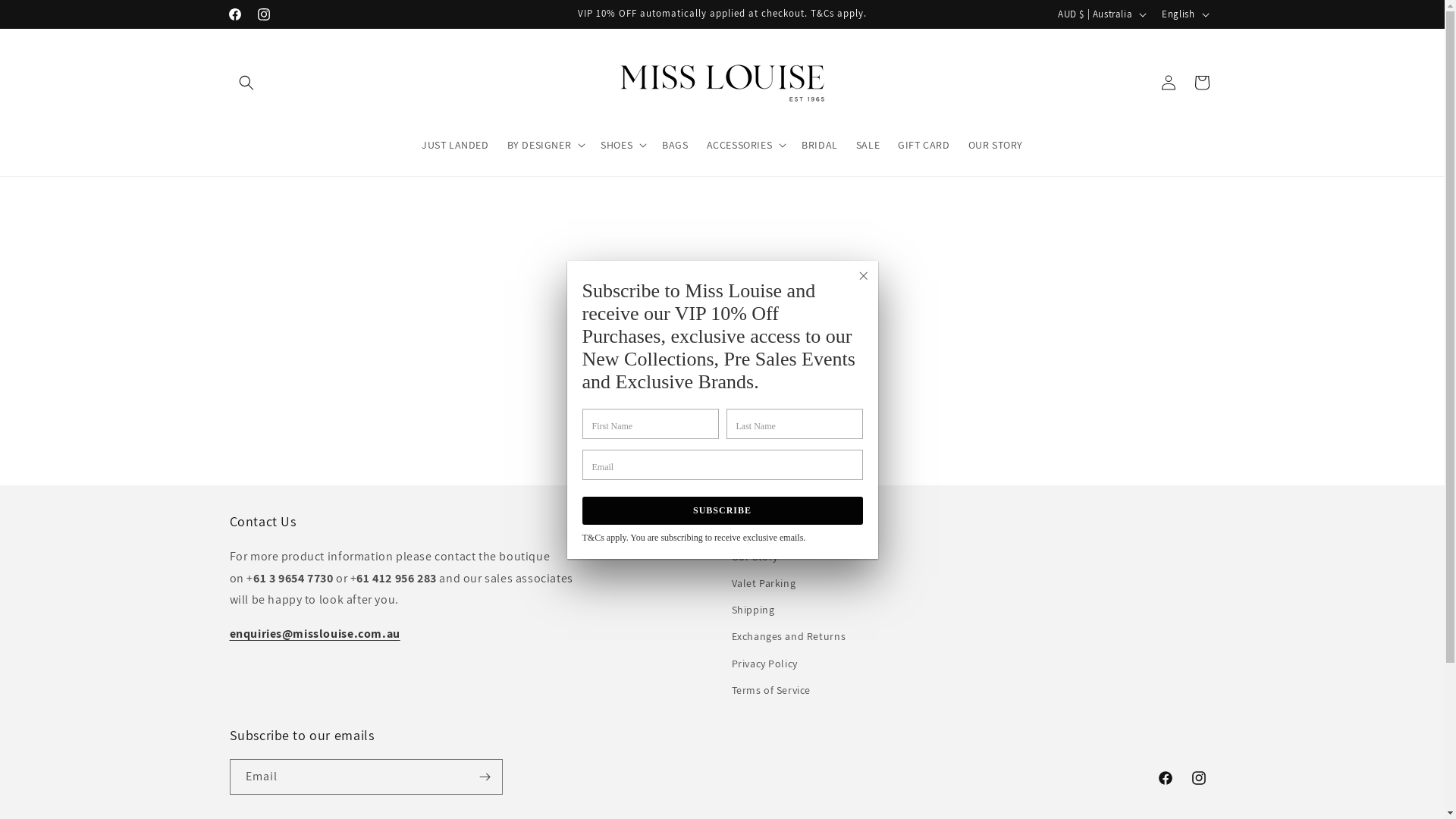  Describe the element at coordinates (1200, 82) in the screenshot. I see `'Cart'` at that location.